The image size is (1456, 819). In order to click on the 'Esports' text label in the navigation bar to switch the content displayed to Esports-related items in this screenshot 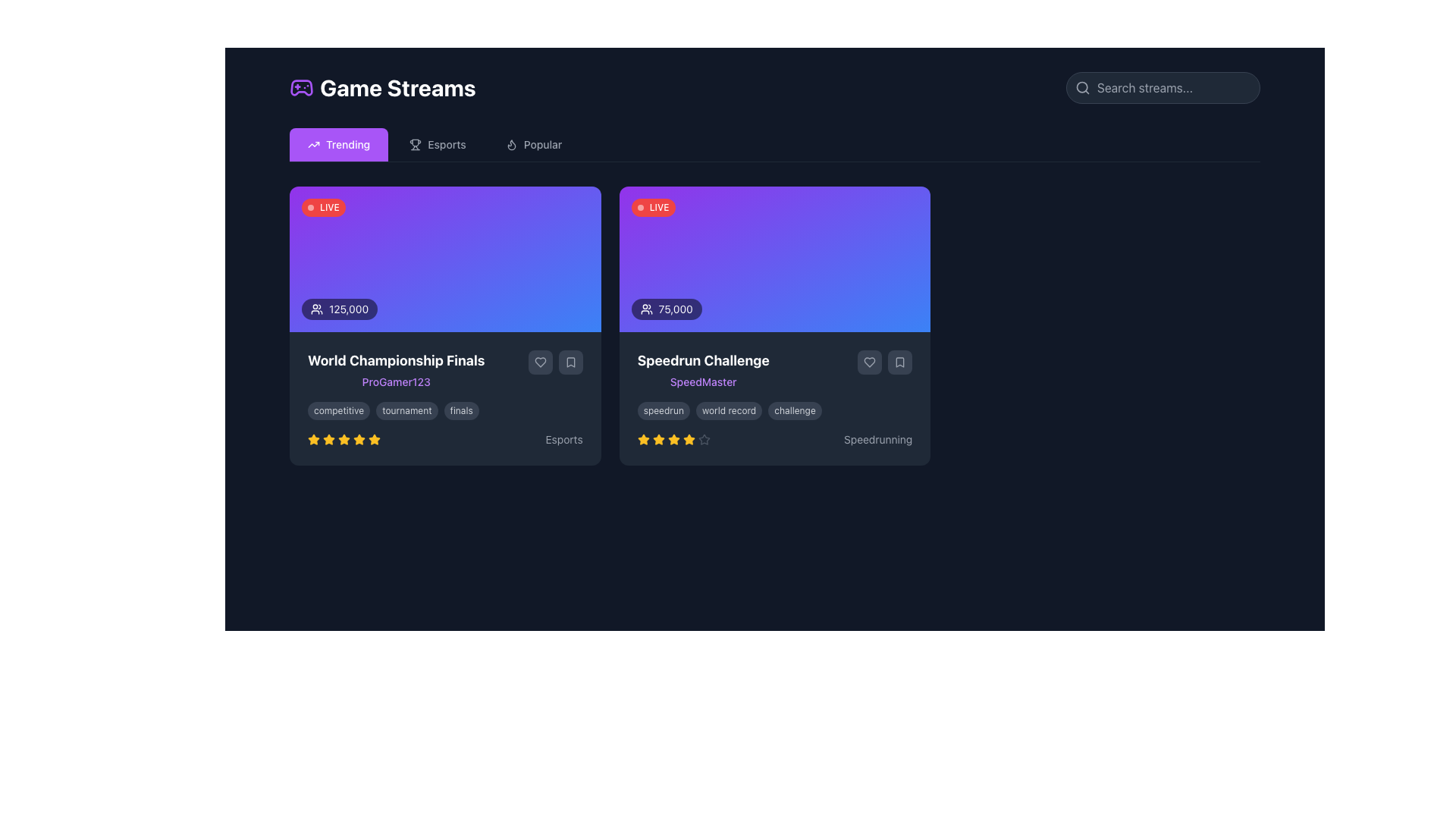, I will do `click(446, 145)`.